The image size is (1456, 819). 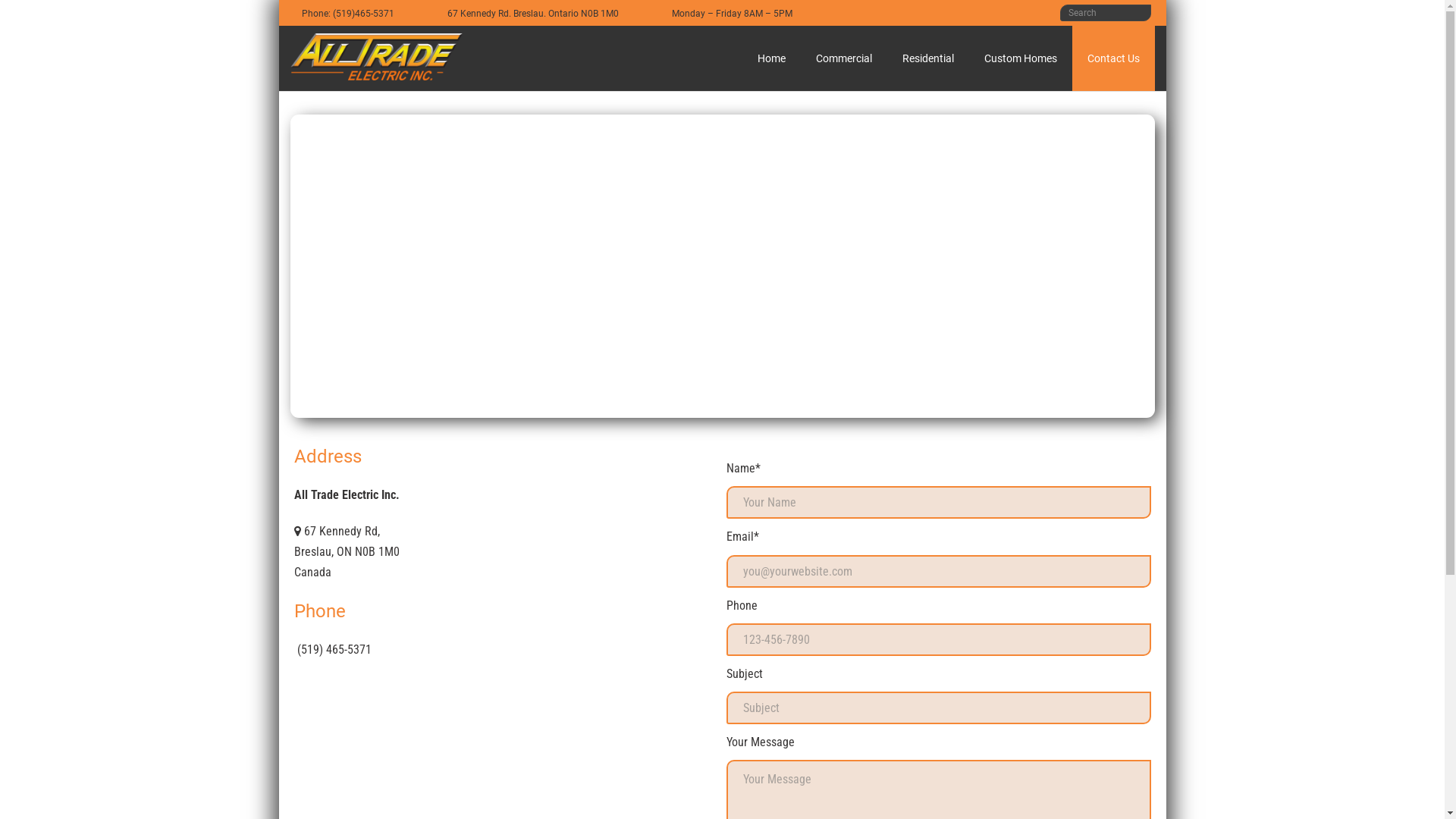 I want to click on 'Commercial', so click(x=843, y=58).